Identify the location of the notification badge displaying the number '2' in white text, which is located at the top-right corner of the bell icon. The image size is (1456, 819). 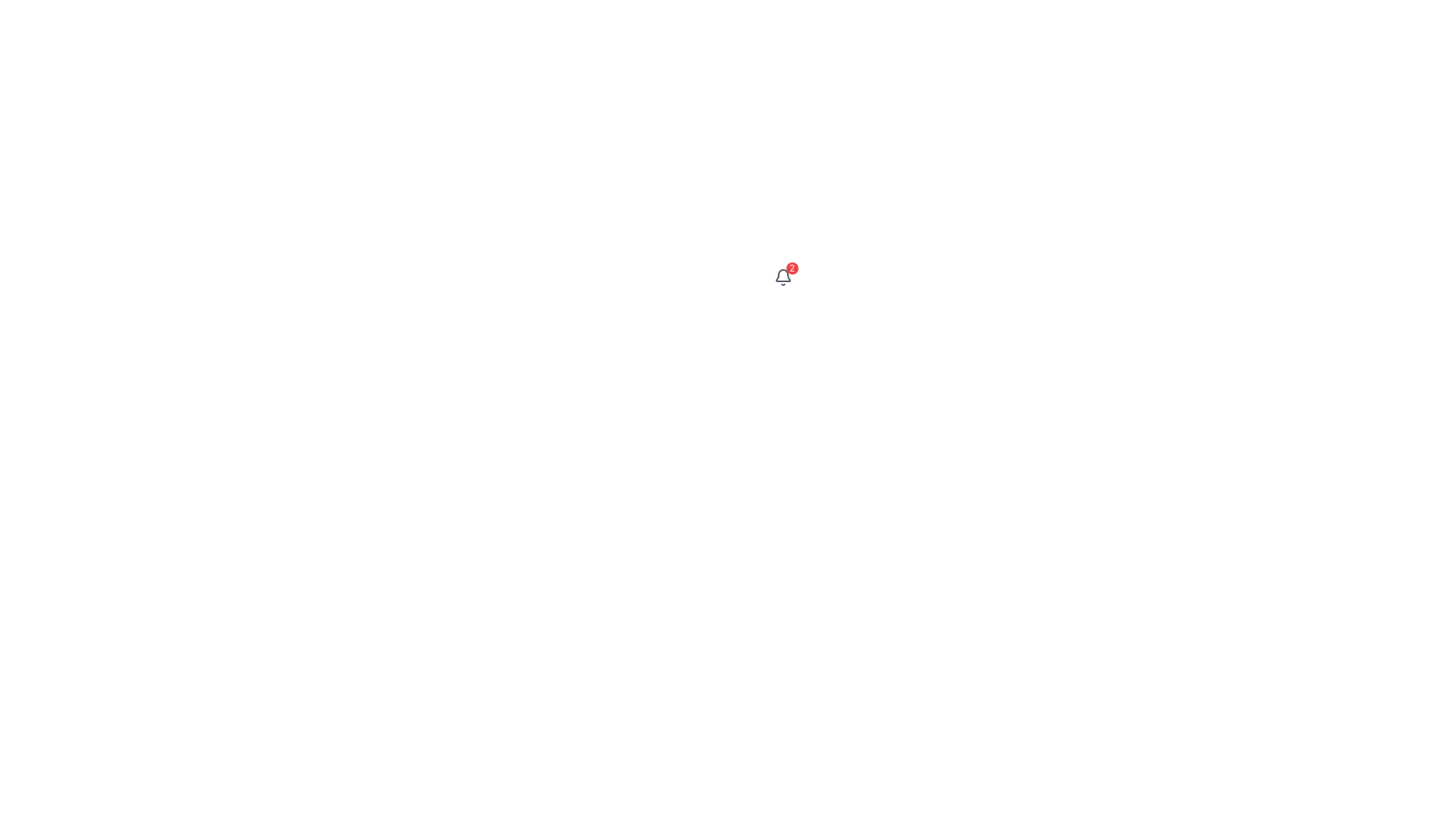
(783, 278).